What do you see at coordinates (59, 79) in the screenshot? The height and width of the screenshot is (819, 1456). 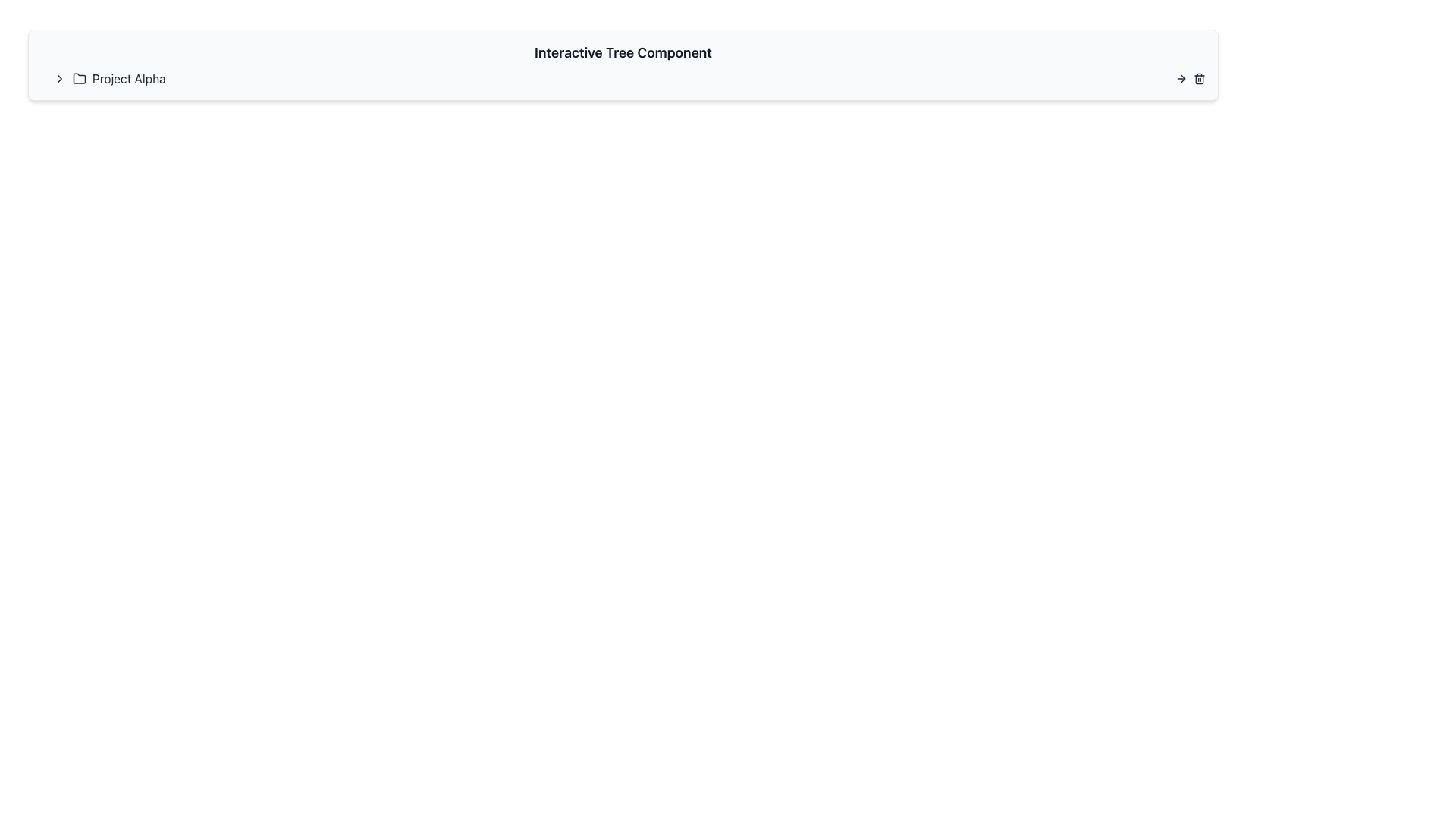 I see `the chevron button located at the start of the 'Project Alpha' group to enable keyboard interactions` at bounding box center [59, 79].